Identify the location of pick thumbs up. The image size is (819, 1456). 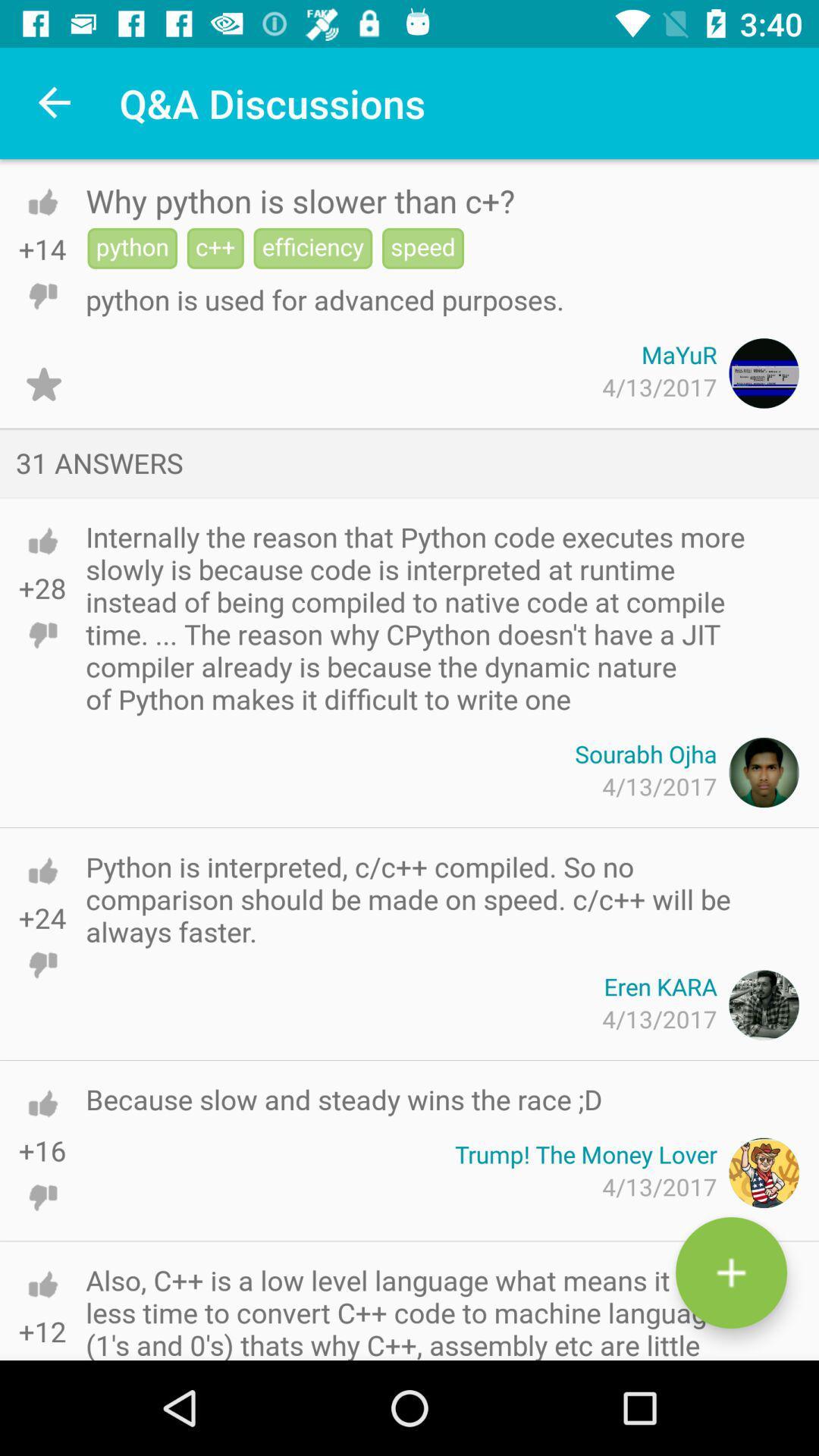
(42, 1103).